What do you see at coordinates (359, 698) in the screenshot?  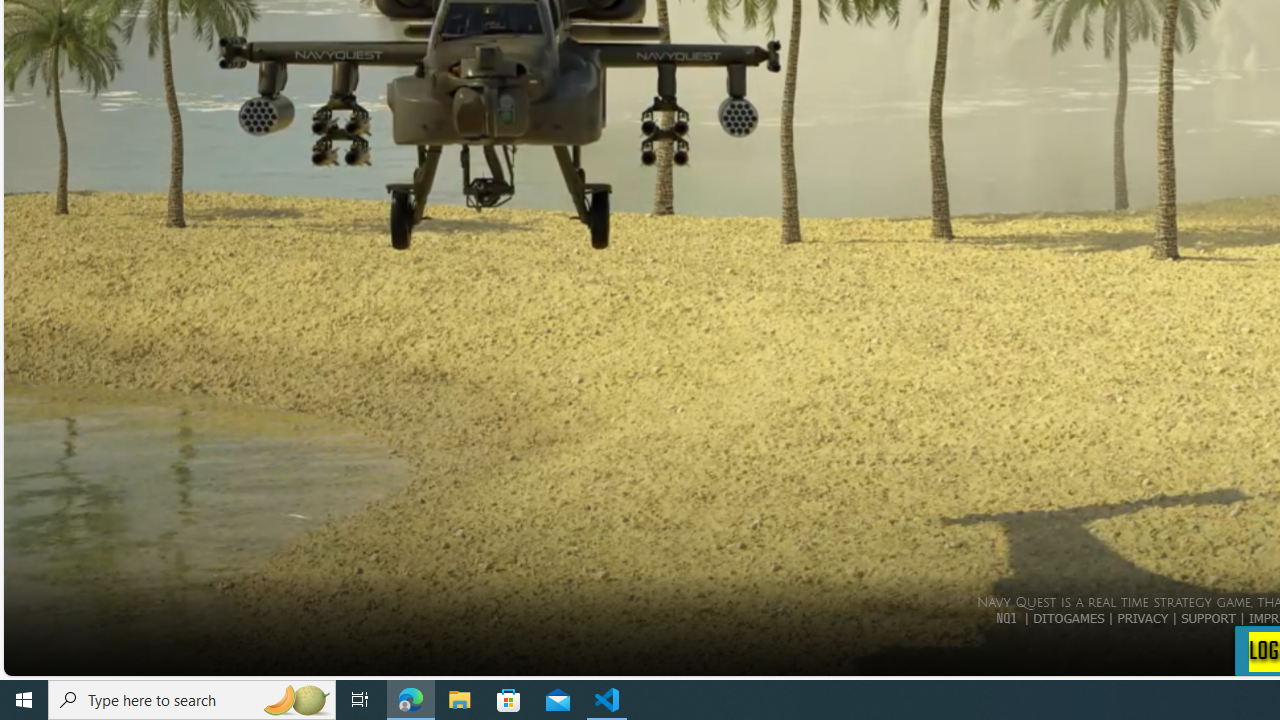 I see `'Task View'` at bounding box center [359, 698].